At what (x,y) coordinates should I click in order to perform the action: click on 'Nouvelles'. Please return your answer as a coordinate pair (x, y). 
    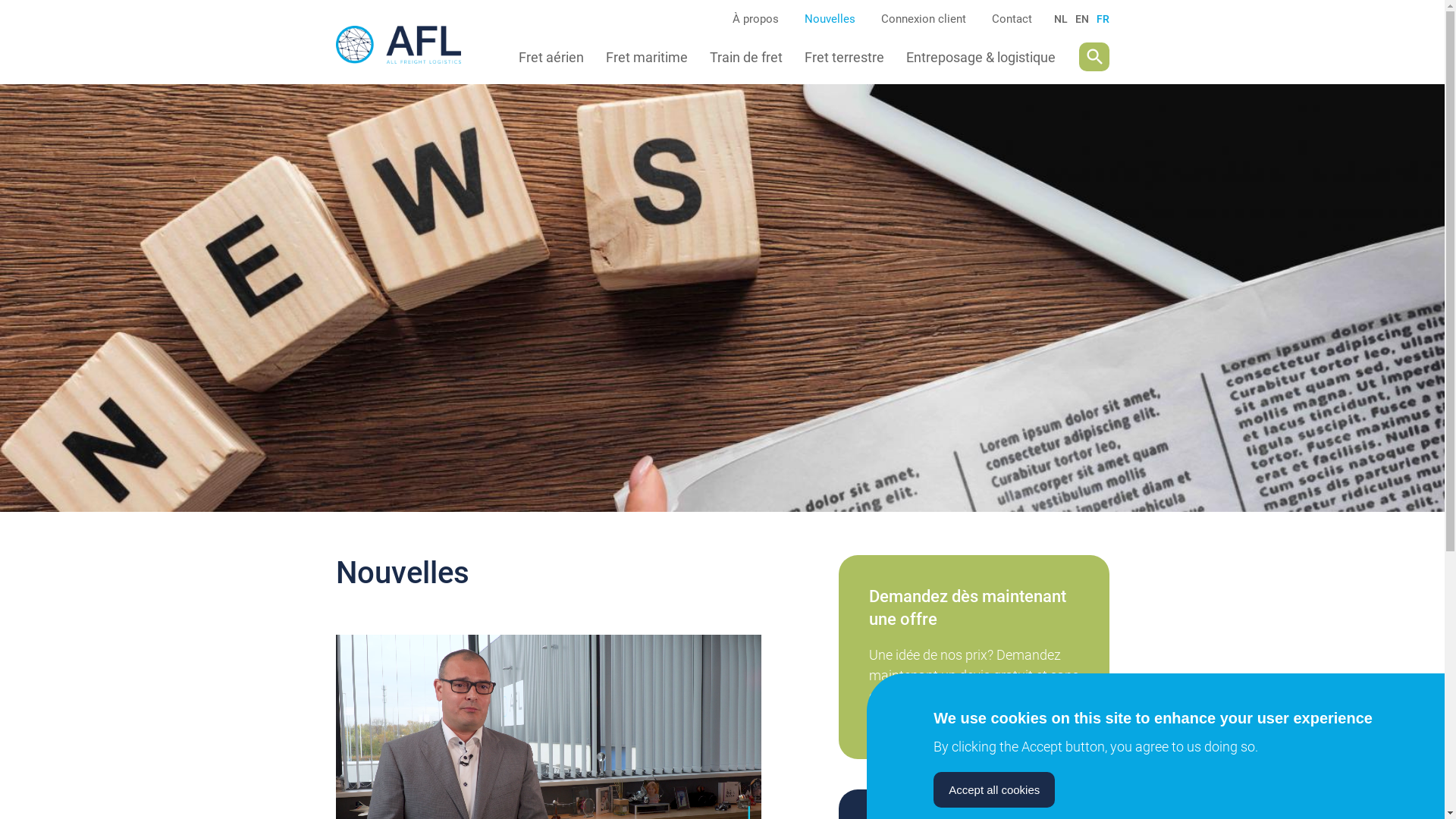
    Looking at the image, I should click on (828, 18).